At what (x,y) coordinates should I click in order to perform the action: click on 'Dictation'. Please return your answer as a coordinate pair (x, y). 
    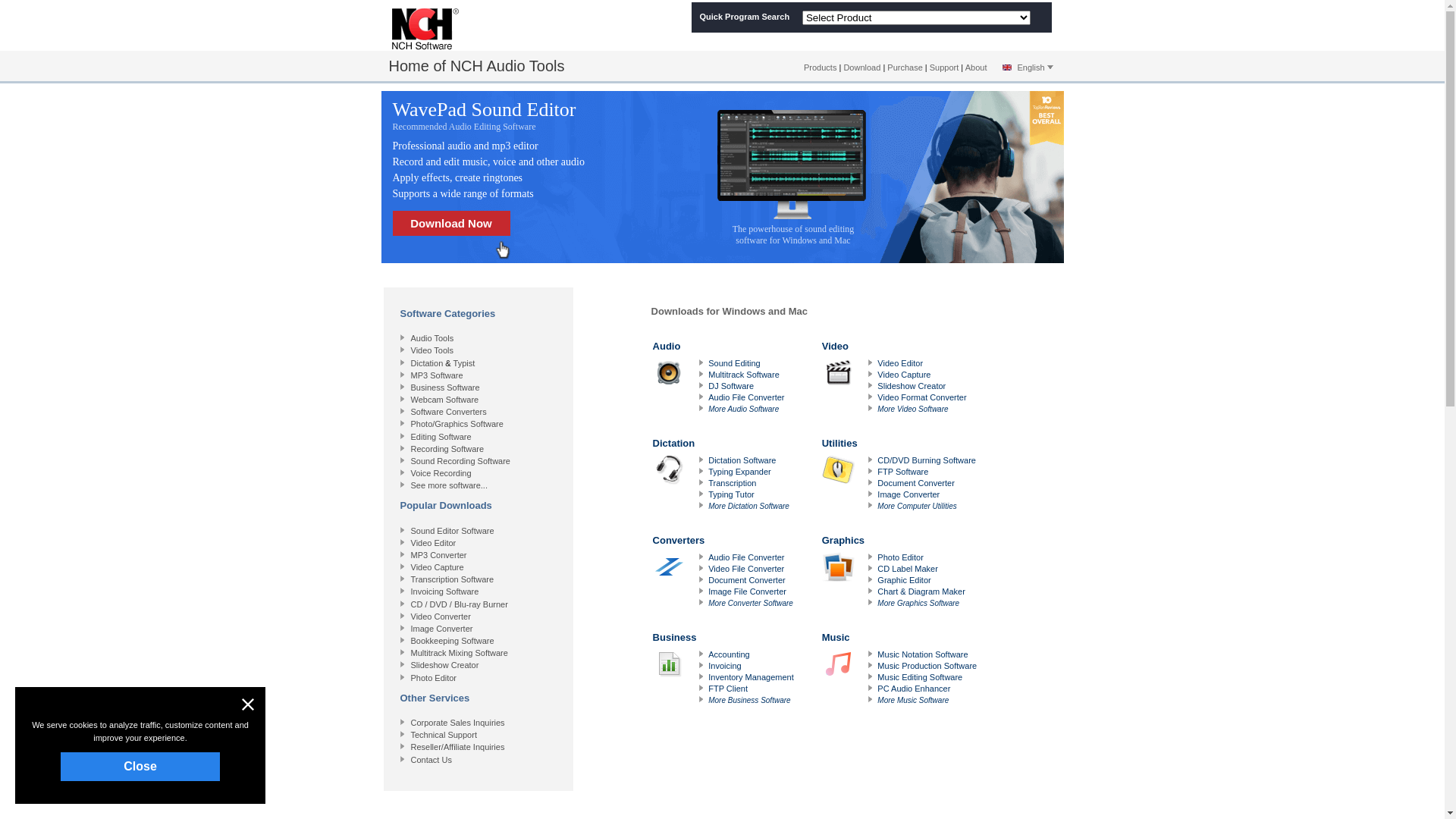
    Looking at the image, I should click on (411, 362).